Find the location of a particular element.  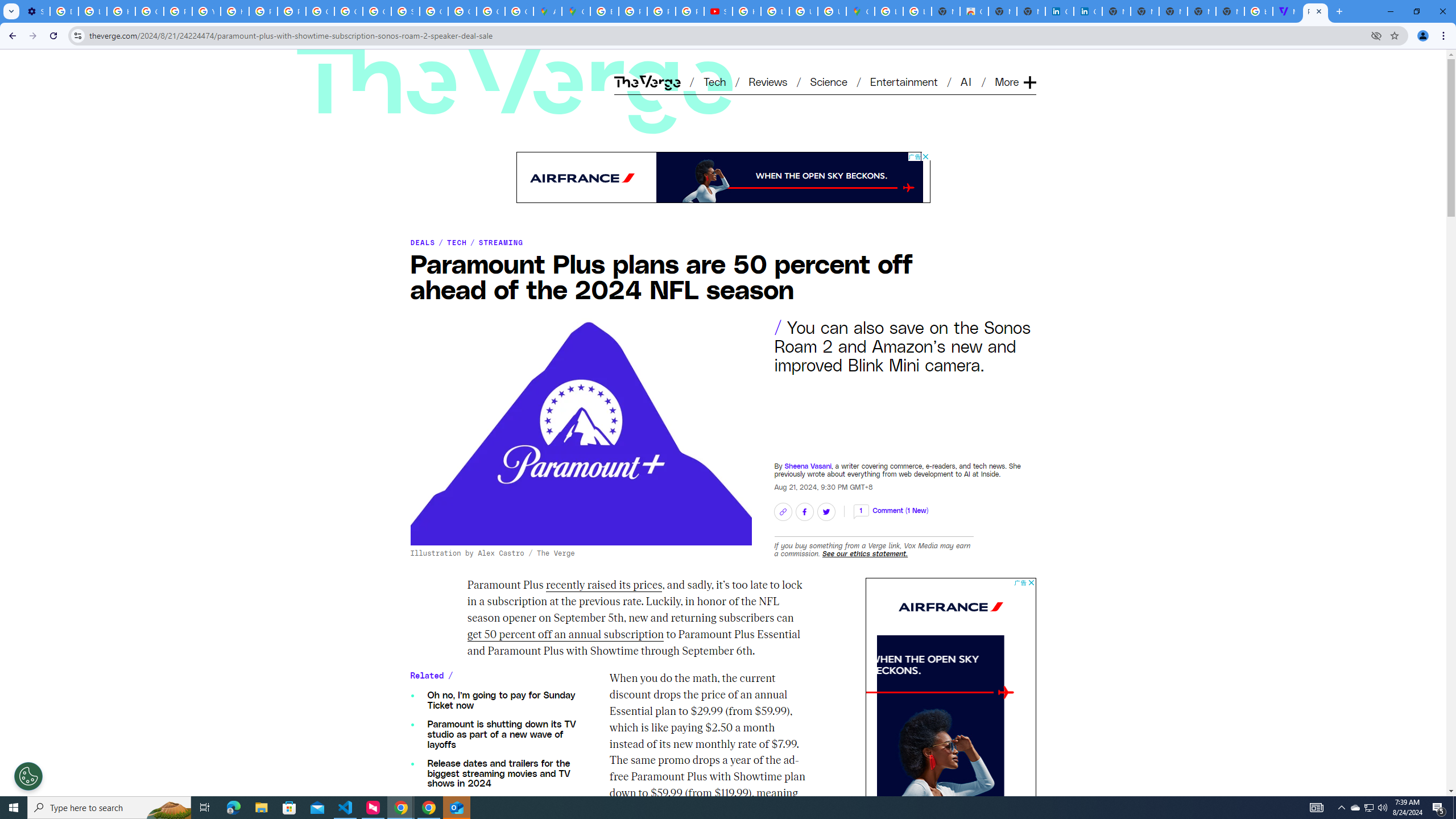

'Share on Facebook' is located at coordinates (804, 511).